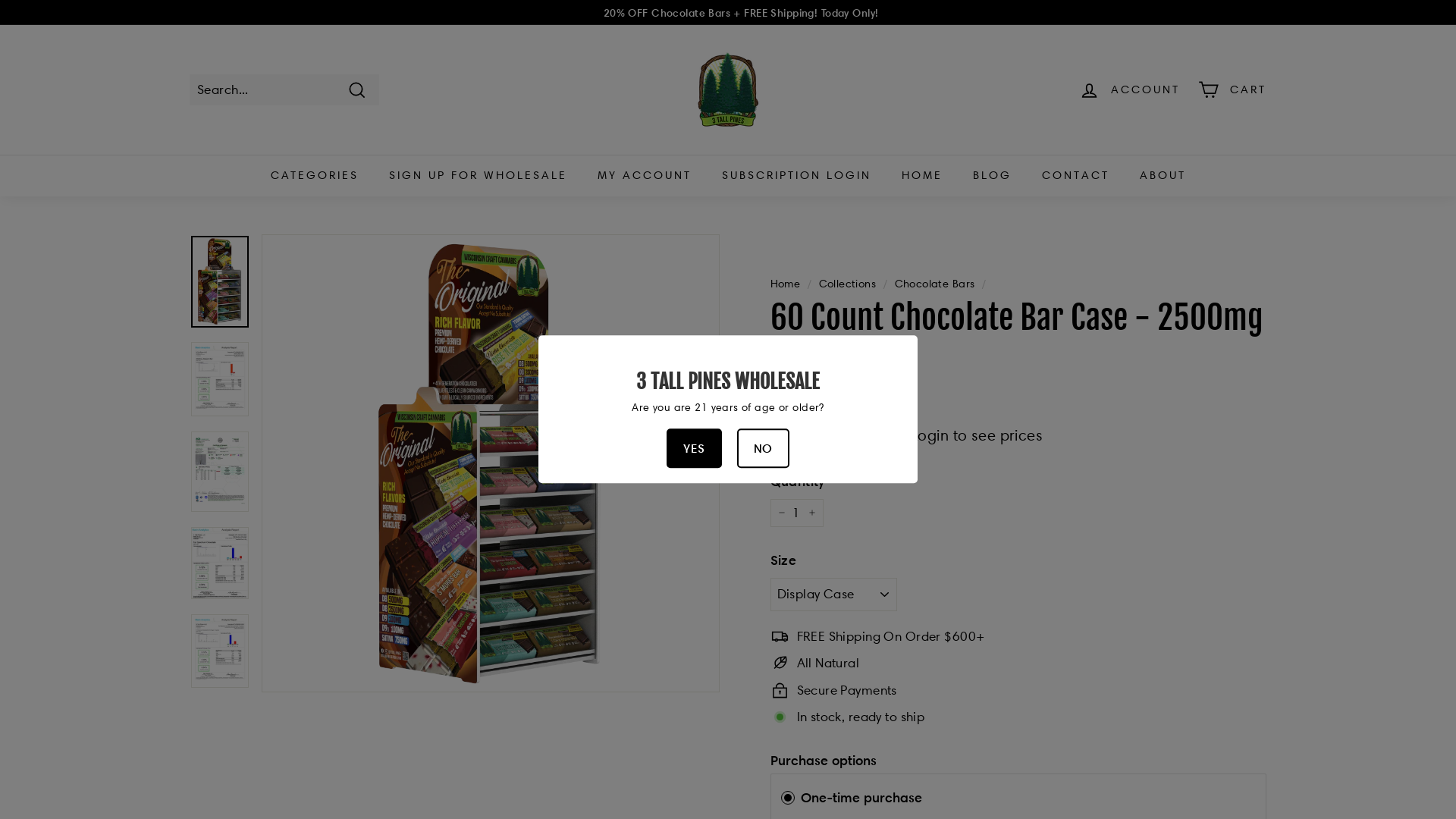 The width and height of the screenshot is (1456, 819). What do you see at coordinates (1075, 174) in the screenshot?
I see `'CONTACT'` at bounding box center [1075, 174].